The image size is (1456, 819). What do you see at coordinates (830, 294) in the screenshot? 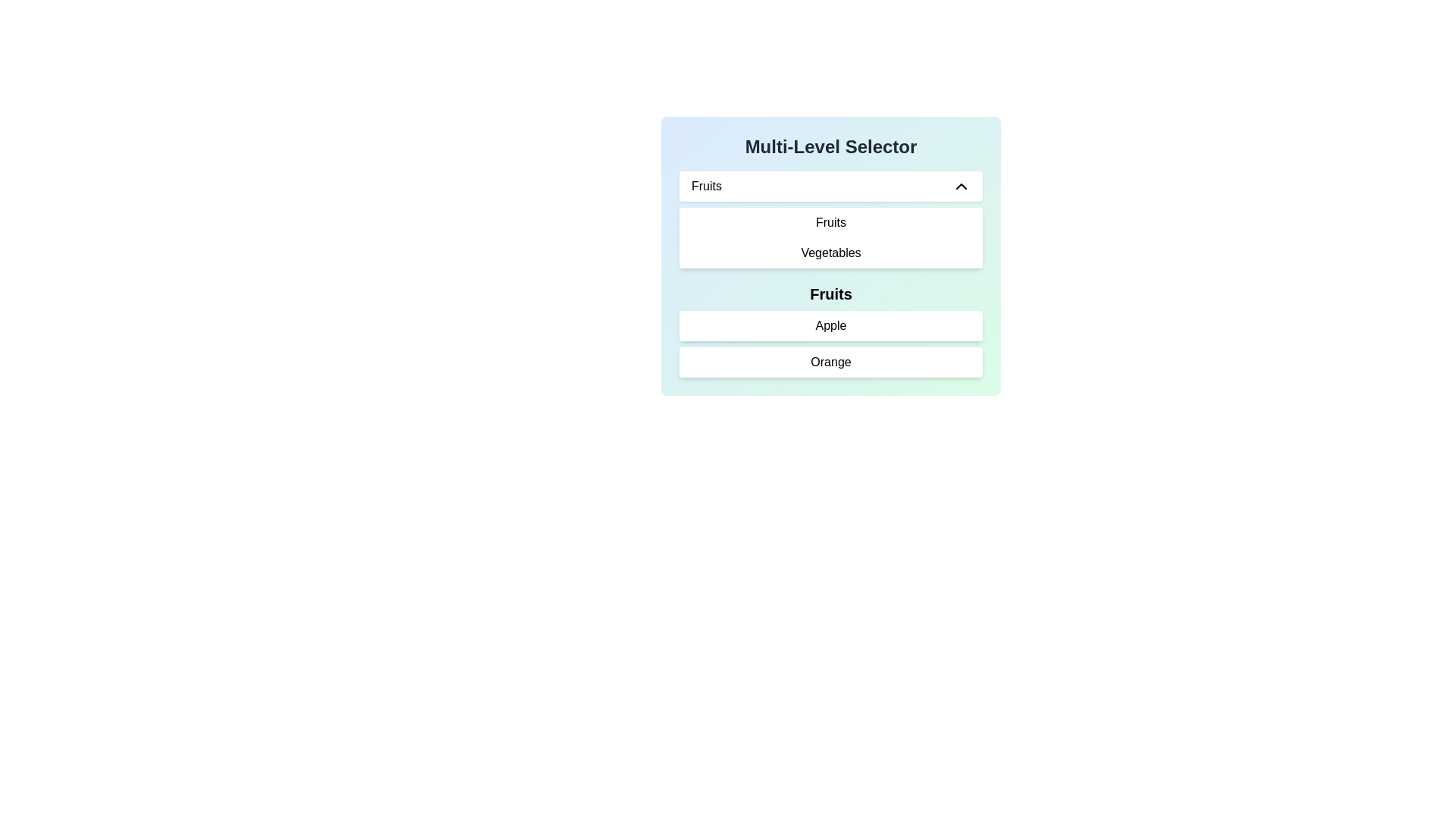
I see `the label that visually groups the options 'Apple' and 'Orange' in the drop-down menu, which is positioned second in the list below the main drop-down labeled 'Fruits'` at bounding box center [830, 294].